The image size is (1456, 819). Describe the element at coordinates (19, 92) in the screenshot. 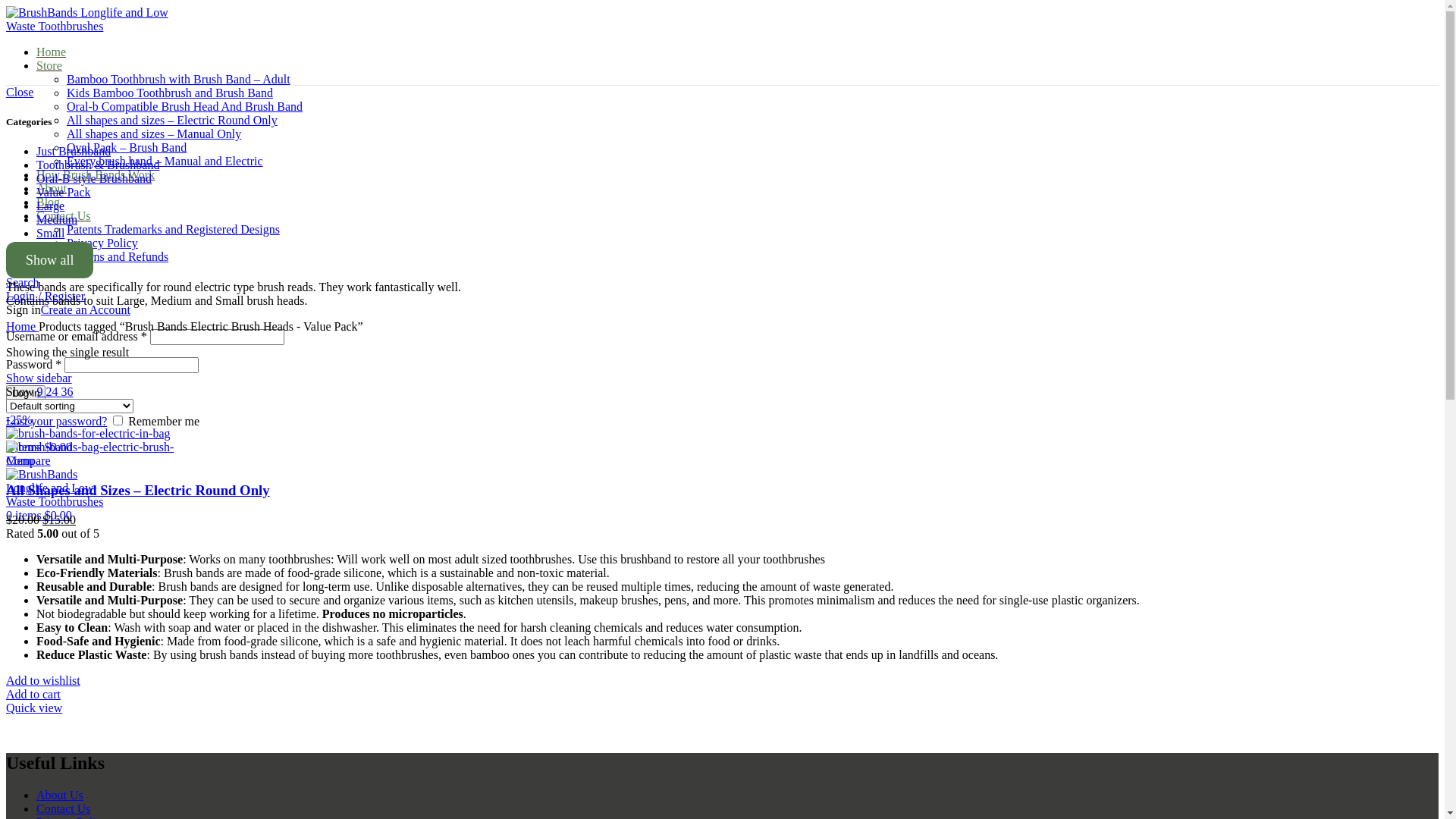

I see `'Close'` at that location.